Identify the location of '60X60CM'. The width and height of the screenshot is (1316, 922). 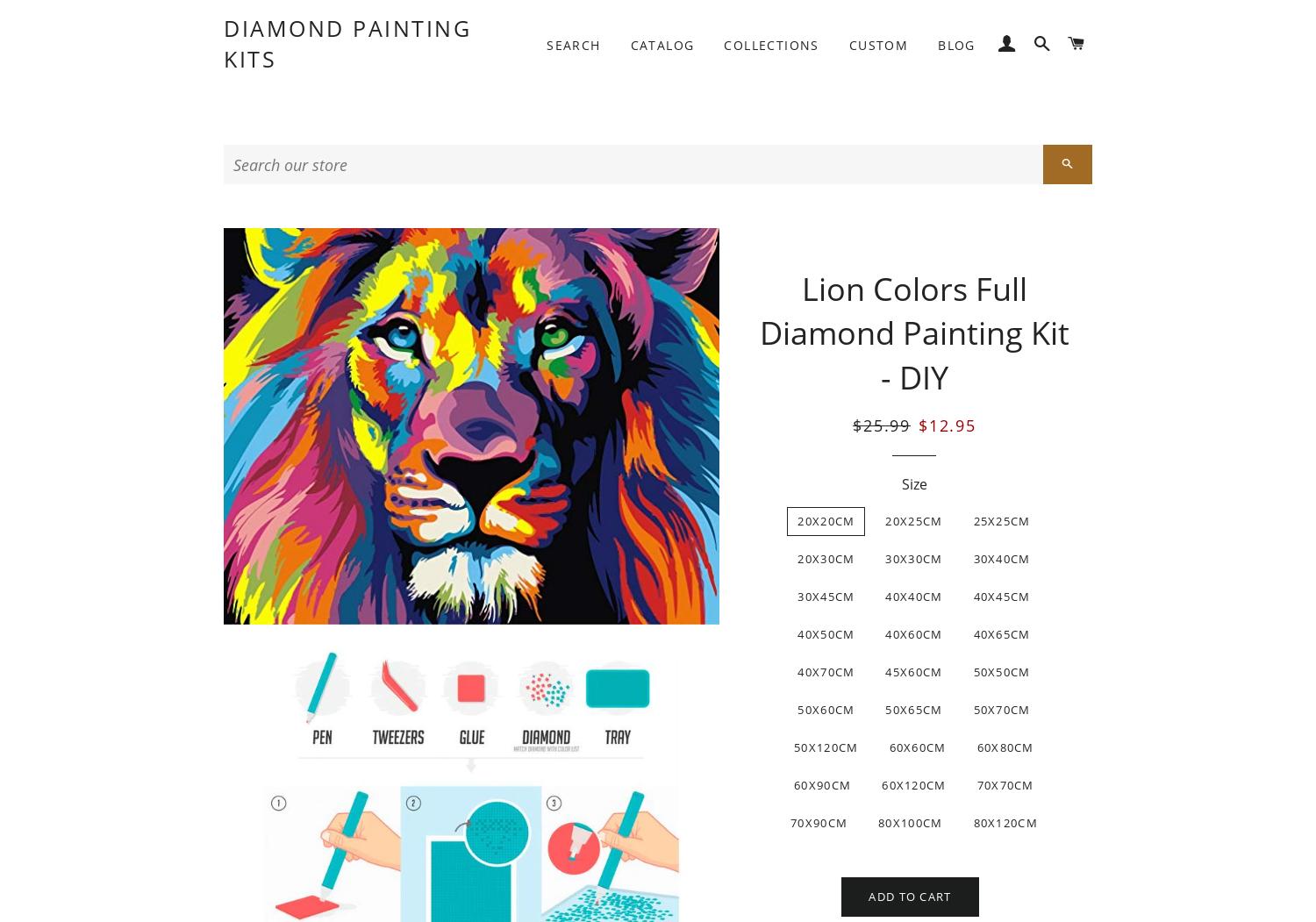
(888, 747).